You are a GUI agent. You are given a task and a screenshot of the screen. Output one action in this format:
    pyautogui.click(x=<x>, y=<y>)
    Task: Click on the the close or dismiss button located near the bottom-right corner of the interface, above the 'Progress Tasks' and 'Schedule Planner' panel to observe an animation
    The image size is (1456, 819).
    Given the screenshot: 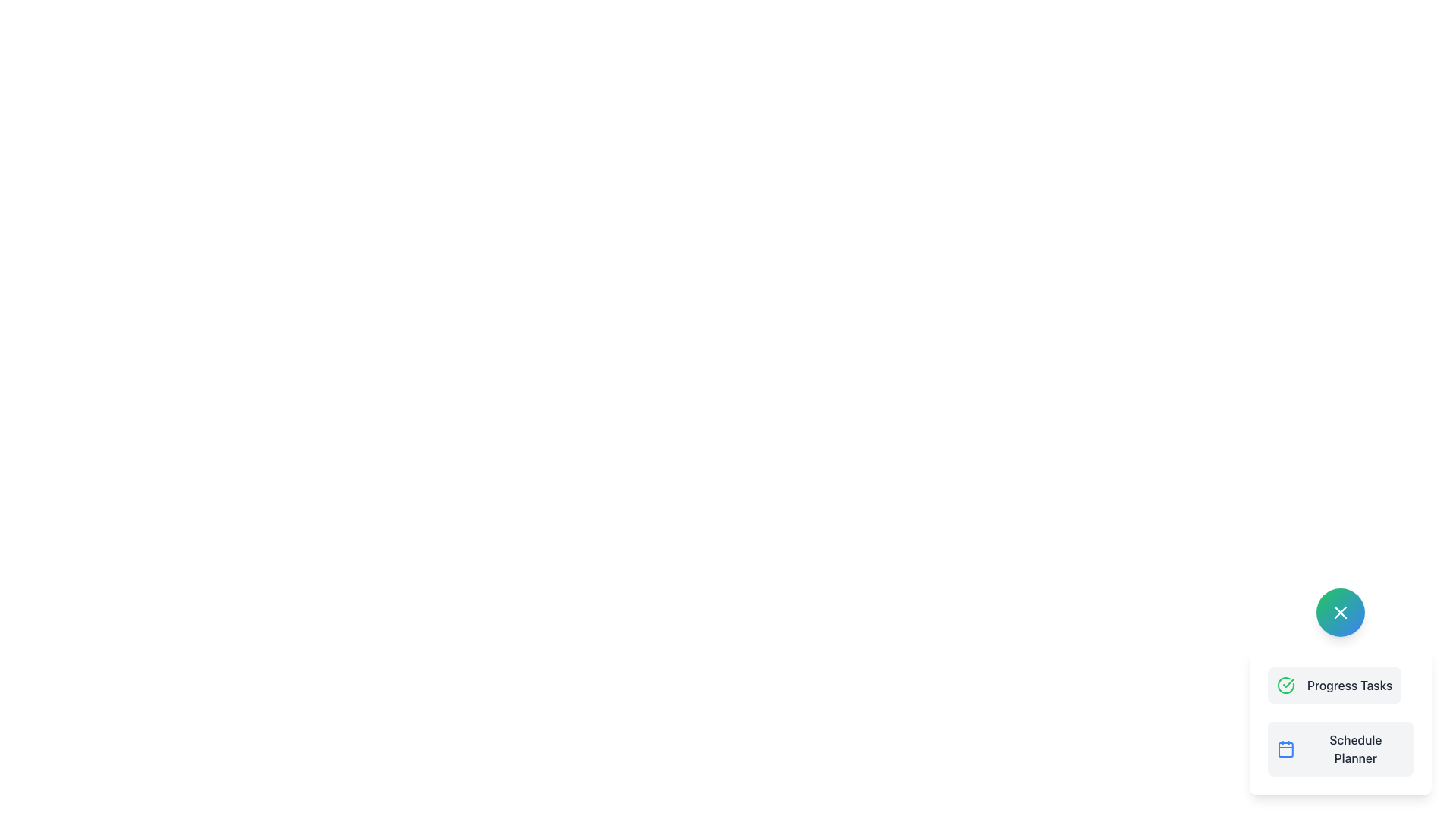 What is the action you would take?
    pyautogui.click(x=1340, y=611)
    